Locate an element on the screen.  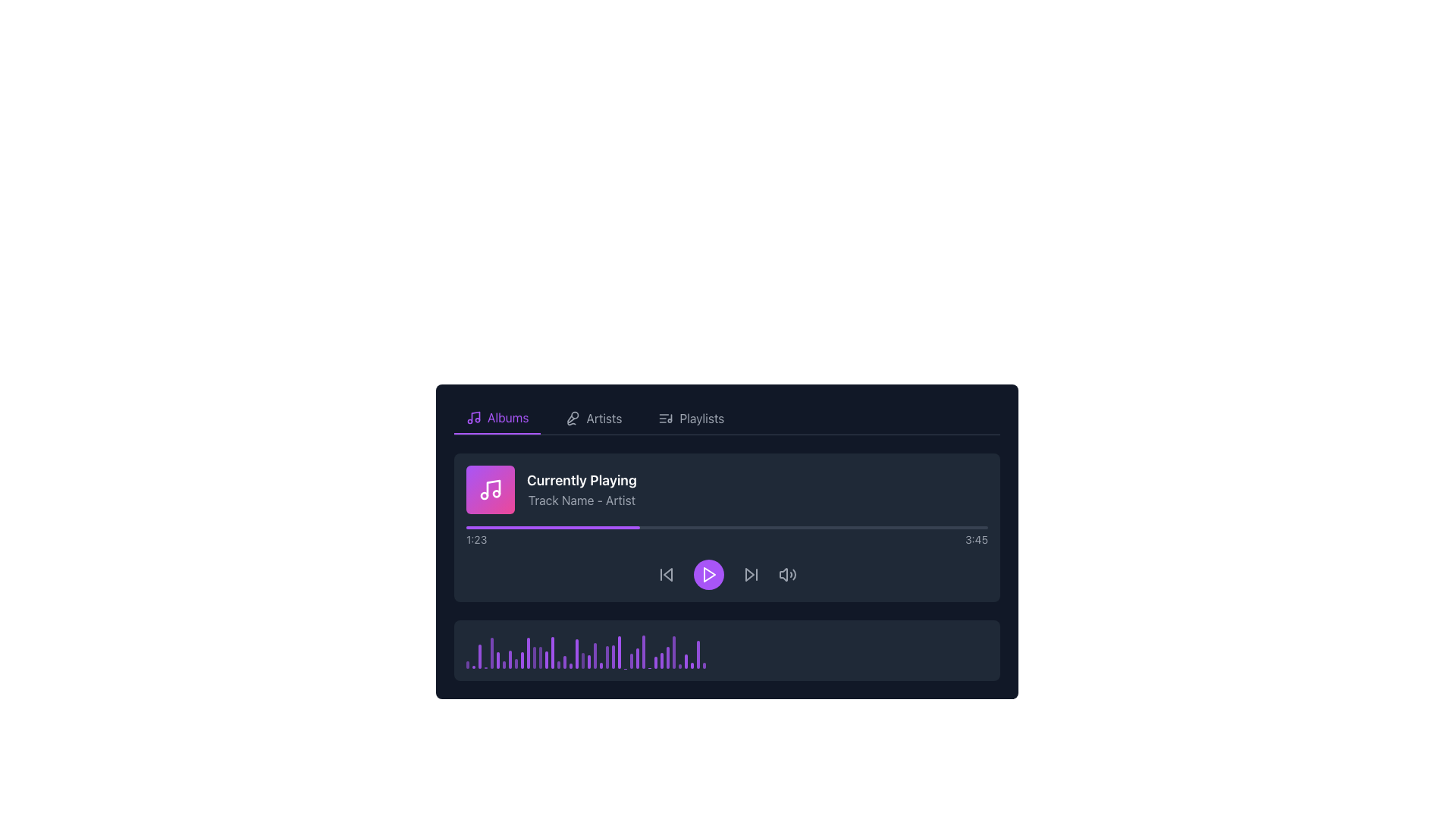
the media control icon button represented by a forward-skip style triangular arrow pointing to the right is located at coordinates (751, 575).